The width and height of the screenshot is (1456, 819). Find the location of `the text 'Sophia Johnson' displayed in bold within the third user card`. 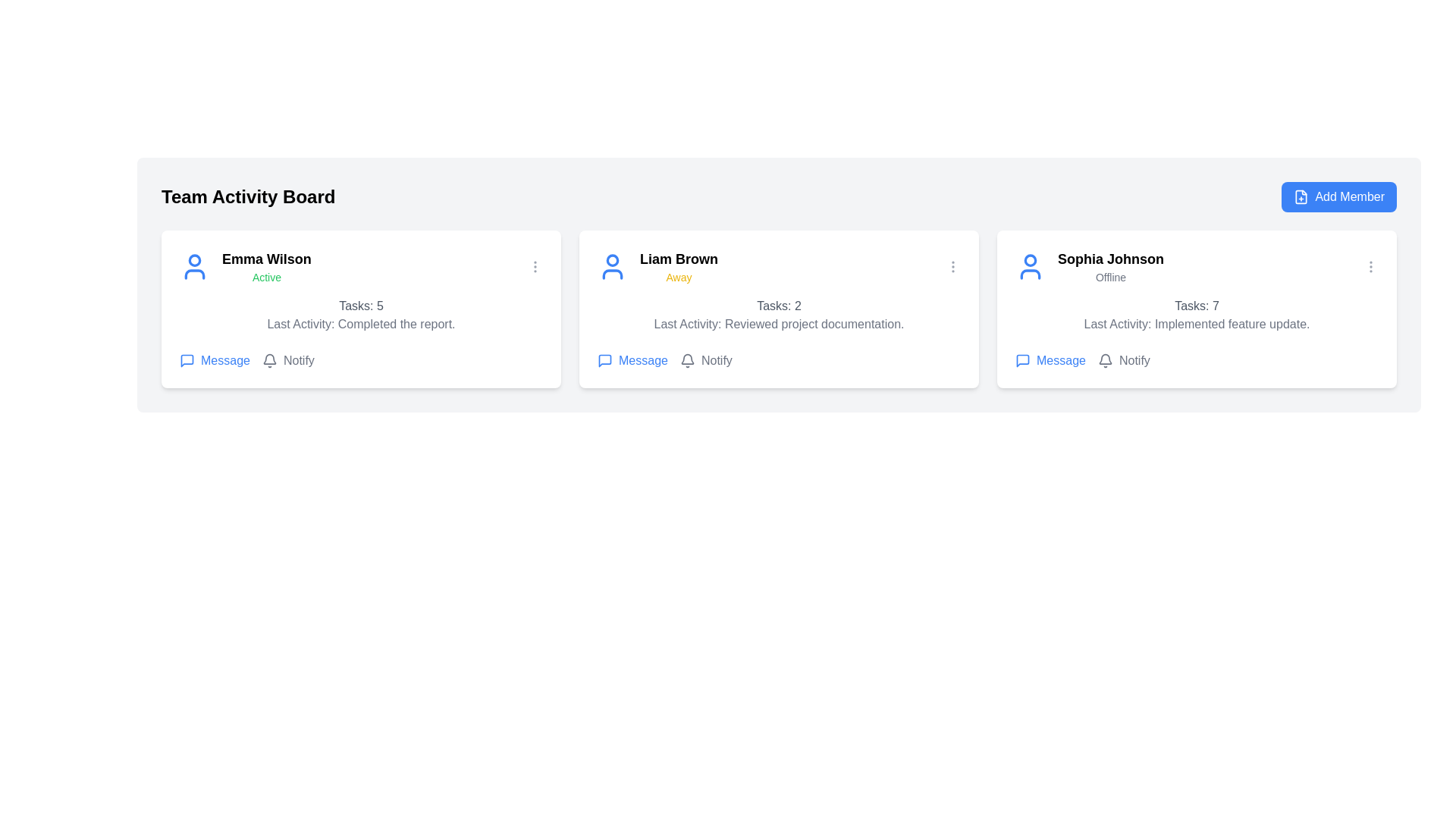

the text 'Sophia Johnson' displayed in bold within the third user card is located at coordinates (1110, 265).